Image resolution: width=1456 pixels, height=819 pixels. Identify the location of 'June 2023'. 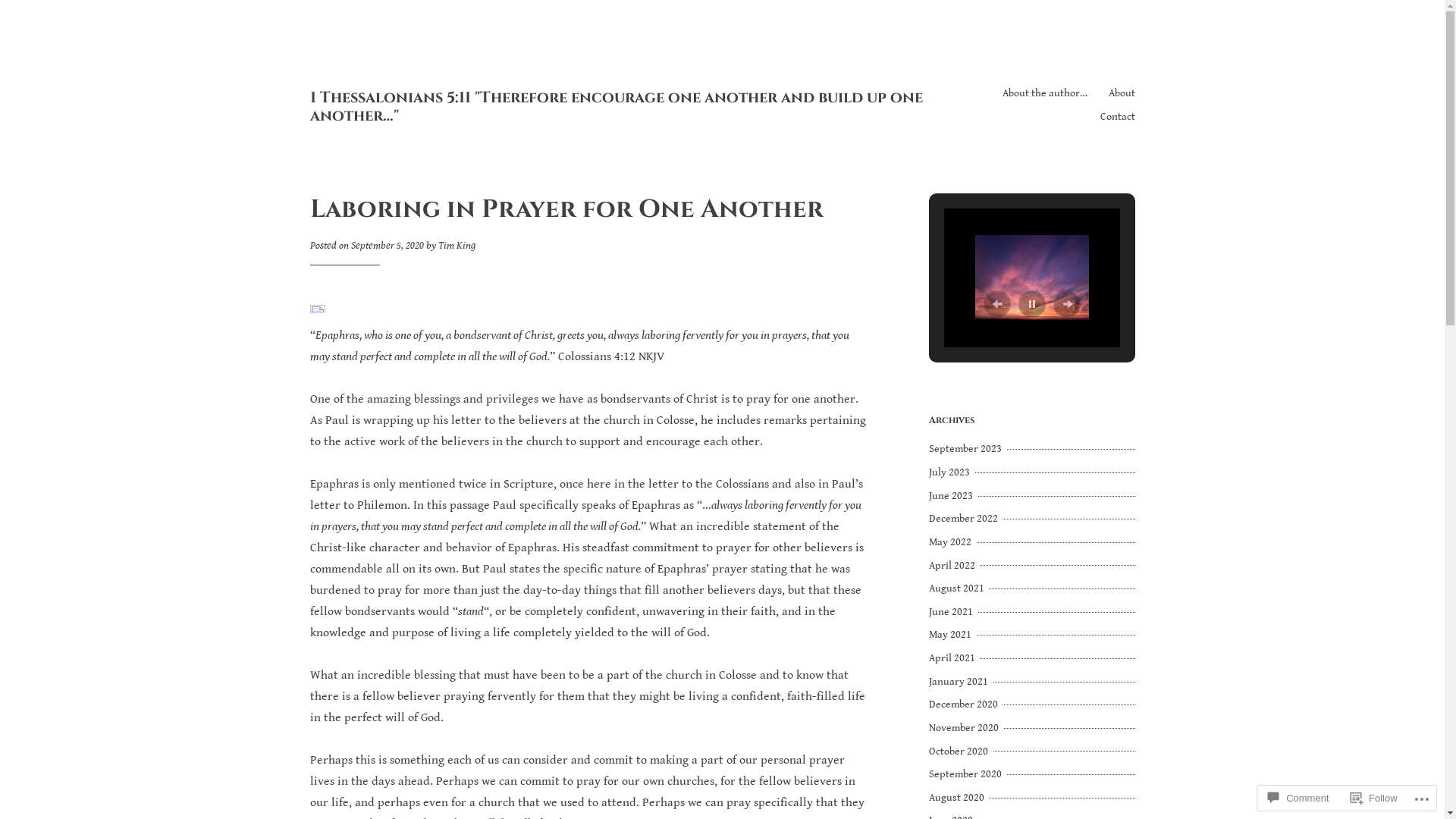
(952, 496).